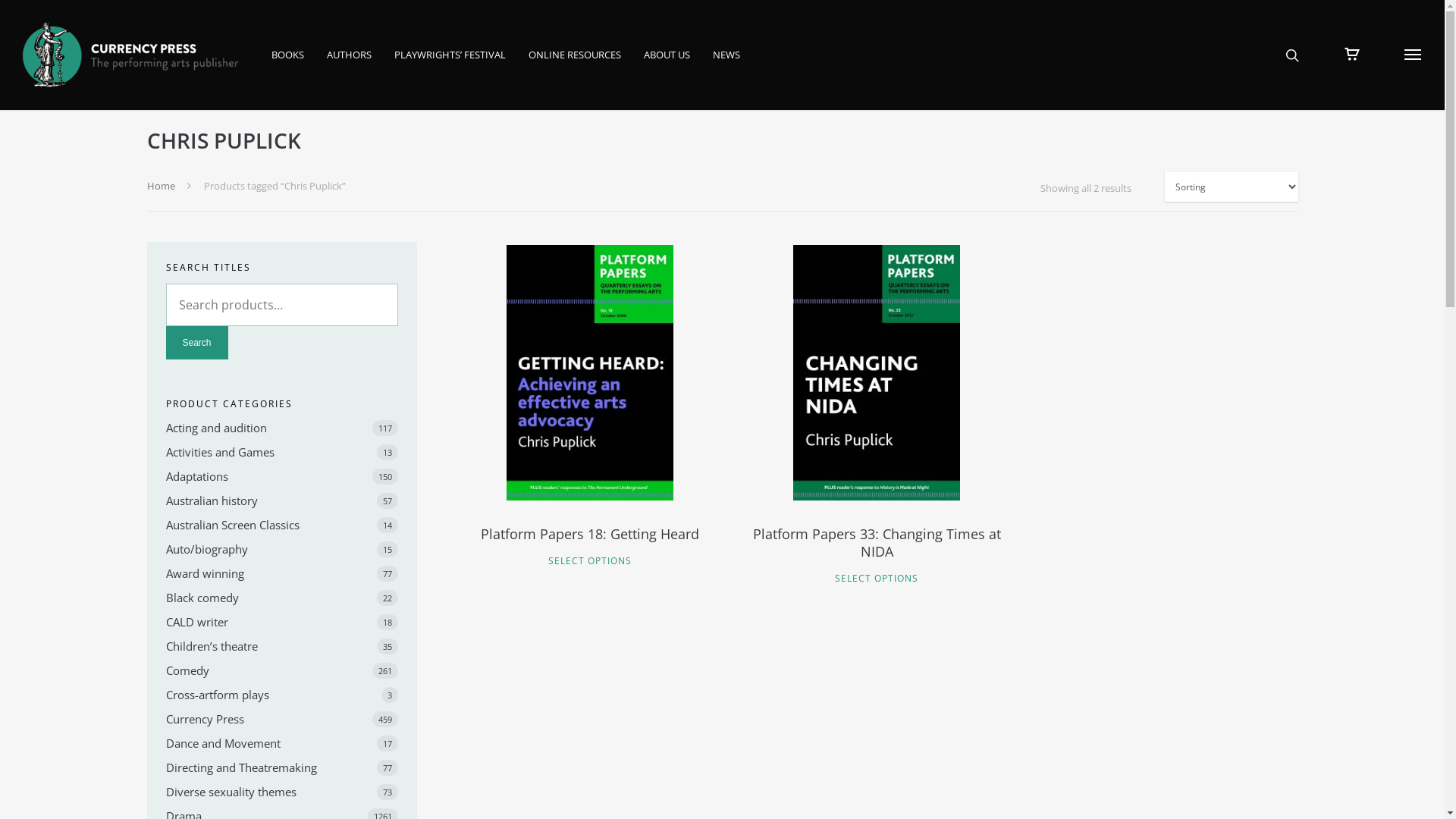 The height and width of the screenshot is (819, 1456). Describe the element at coordinates (281, 742) in the screenshot. I see `'Dance and Movement'` at that location.